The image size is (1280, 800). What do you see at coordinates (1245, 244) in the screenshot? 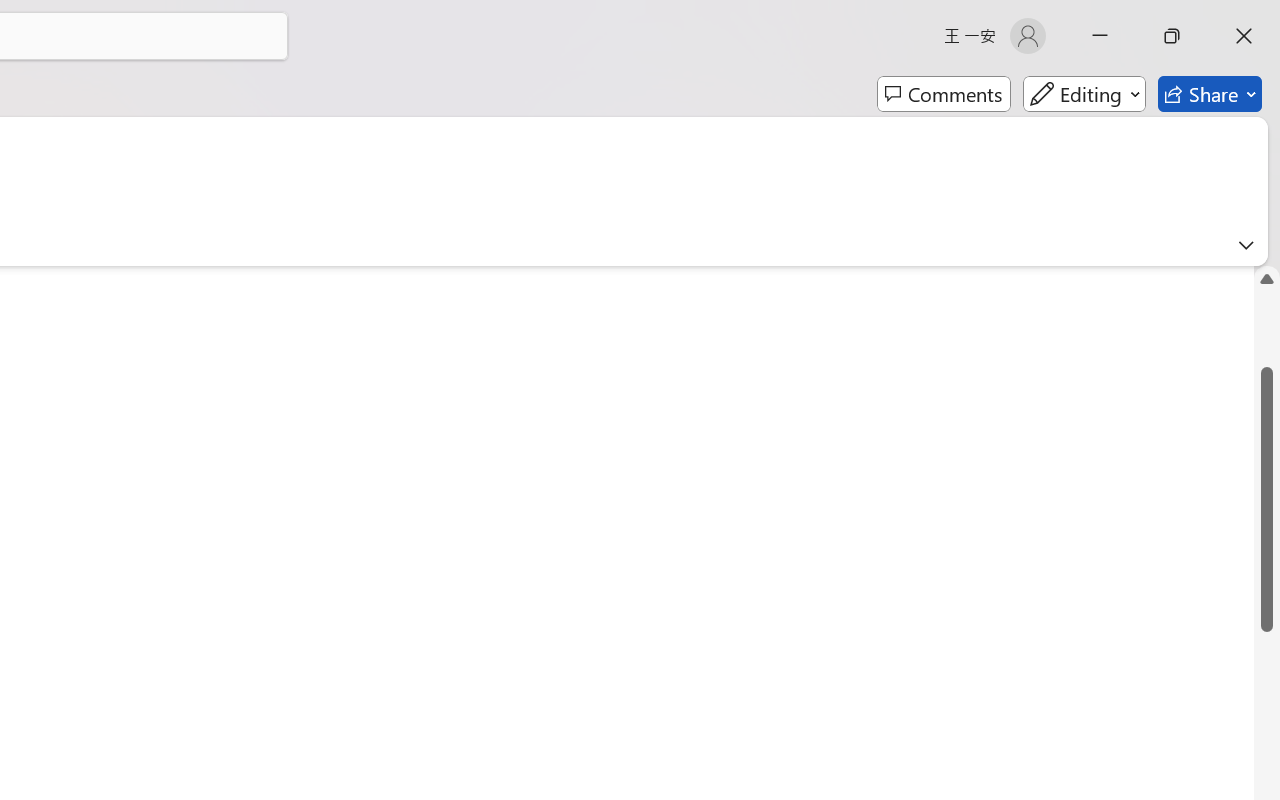
I see `'Ribbon Display Options'` at bounding box center [1245, 244].